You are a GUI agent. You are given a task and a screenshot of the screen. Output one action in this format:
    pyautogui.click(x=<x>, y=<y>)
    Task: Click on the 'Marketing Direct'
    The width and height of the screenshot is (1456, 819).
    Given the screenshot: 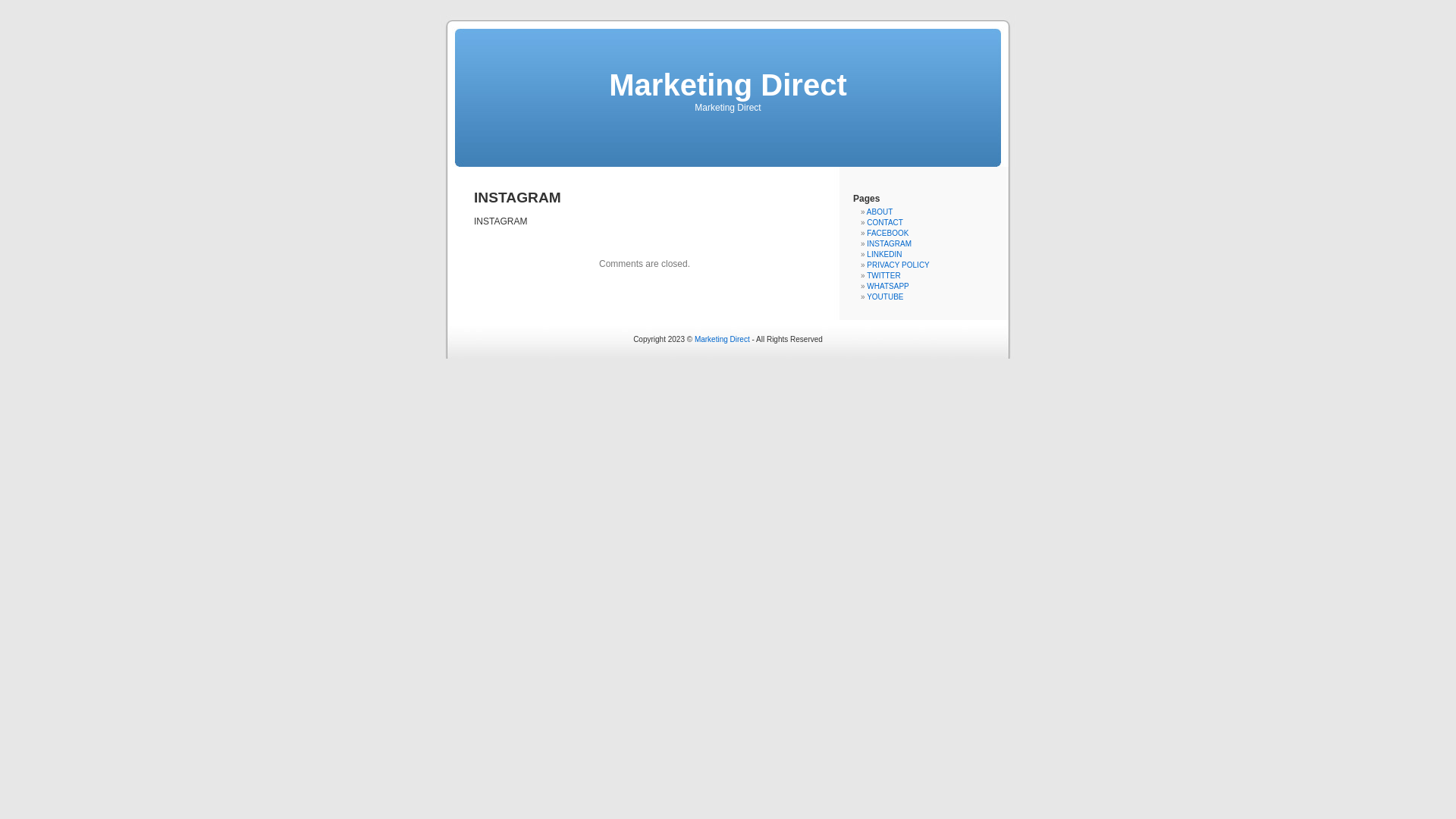 What is the action you would take?
    pyautogui.click(x=726, y=84)
    